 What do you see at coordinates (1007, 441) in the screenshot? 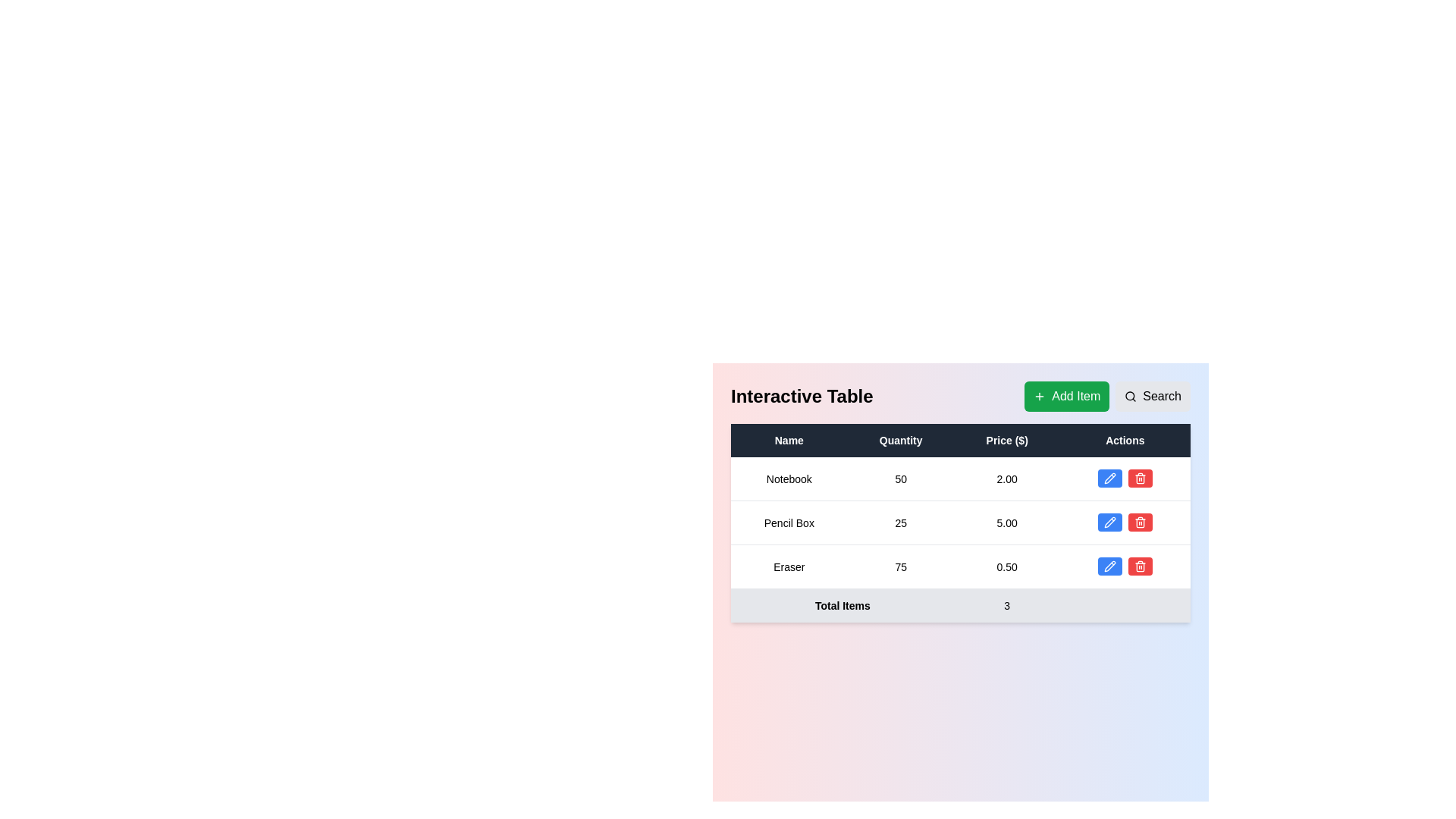
I see `the 'Price ($)' table column header, which is the third column header in a dark header row of a table, located between 'Quantity' and 'Actions'` at bounding box center [1007, 441].